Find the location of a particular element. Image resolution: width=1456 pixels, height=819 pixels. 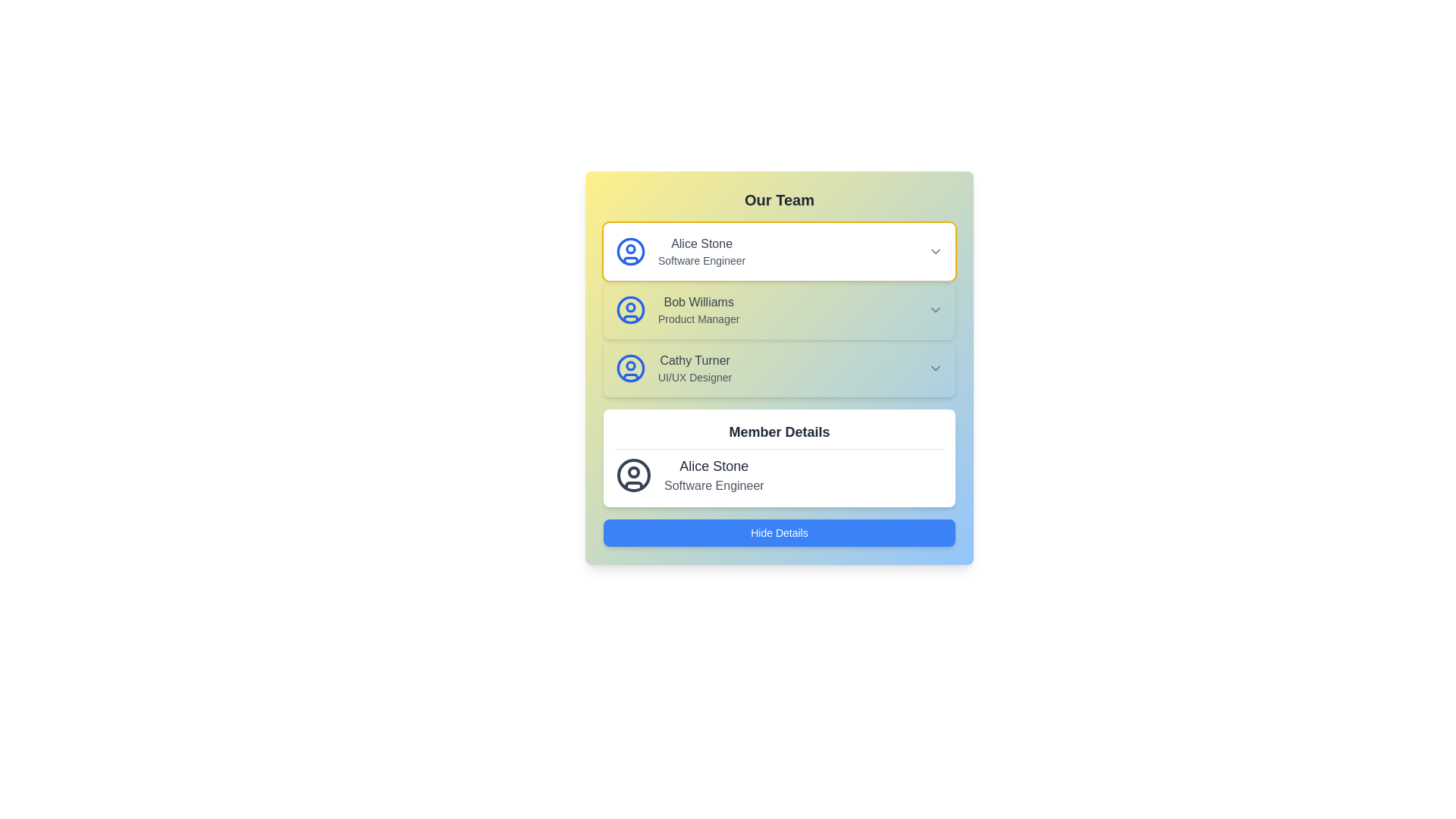

the text label displaying the job title 'Product Manager' for Bob Williams to possibly trigger a tooltip is located at coordinates (698, 318).